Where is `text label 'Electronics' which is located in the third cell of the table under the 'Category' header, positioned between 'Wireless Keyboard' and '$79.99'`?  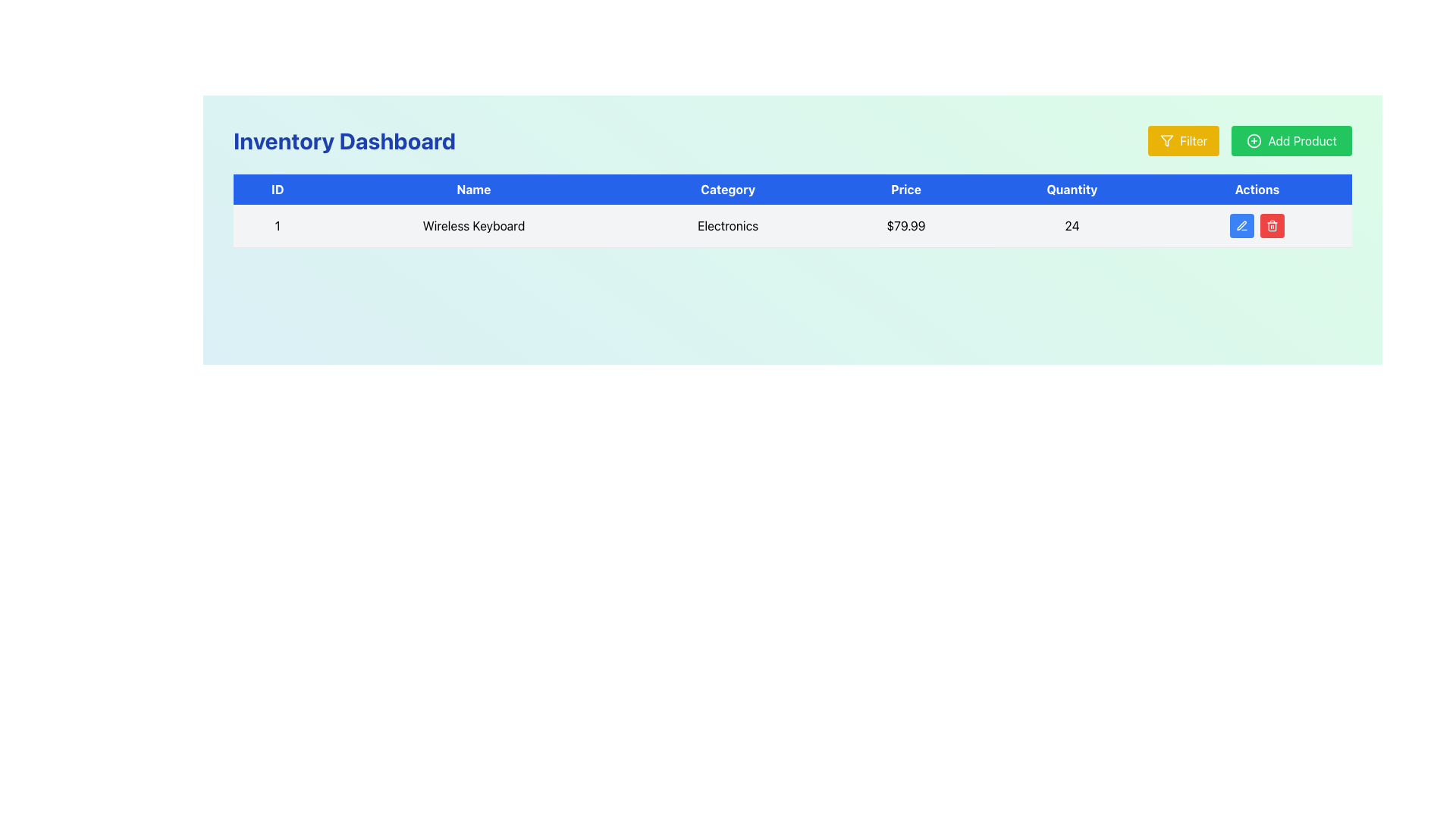
text label 'Electronics' which is located in the third cell of the table under the 'Category' header, positioned between 'Wireless Keyboard' and '$79.99' is located at coordinates (728, 226).